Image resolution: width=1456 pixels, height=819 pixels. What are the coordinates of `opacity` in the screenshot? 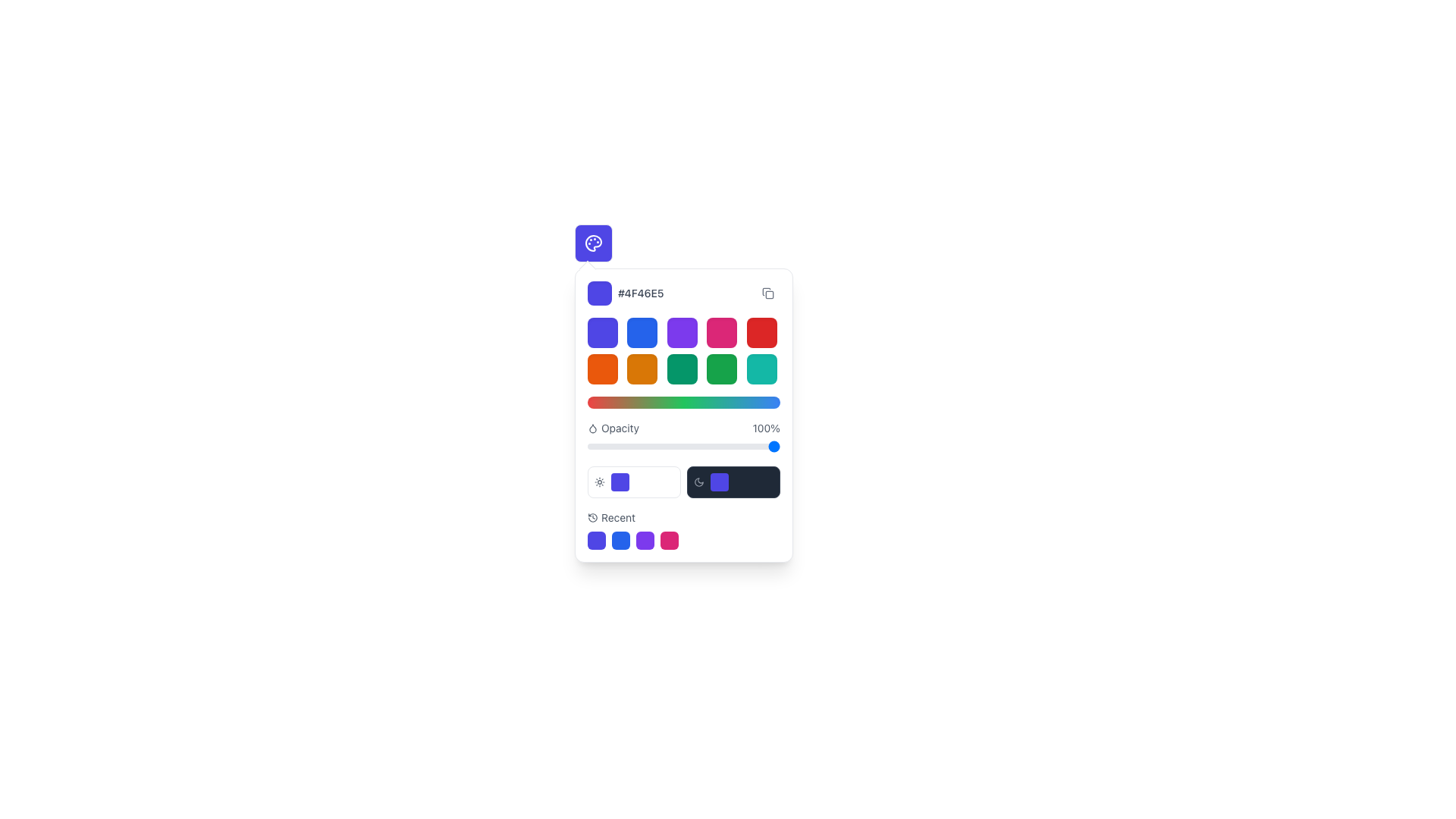 It's located at (588, 446).